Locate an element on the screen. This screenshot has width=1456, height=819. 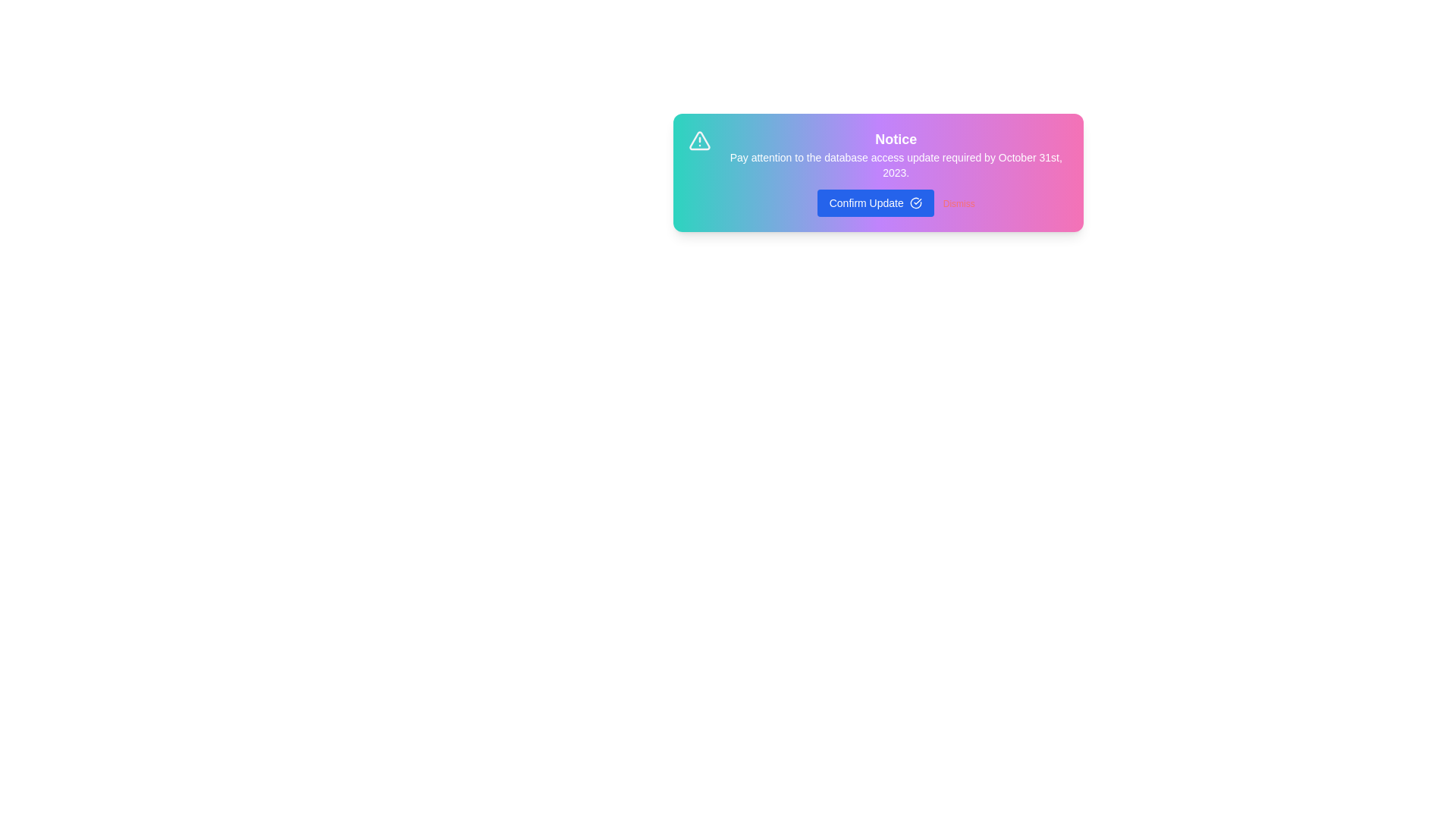
the word 'by' in the alert message is located at coordinates (789, 152).